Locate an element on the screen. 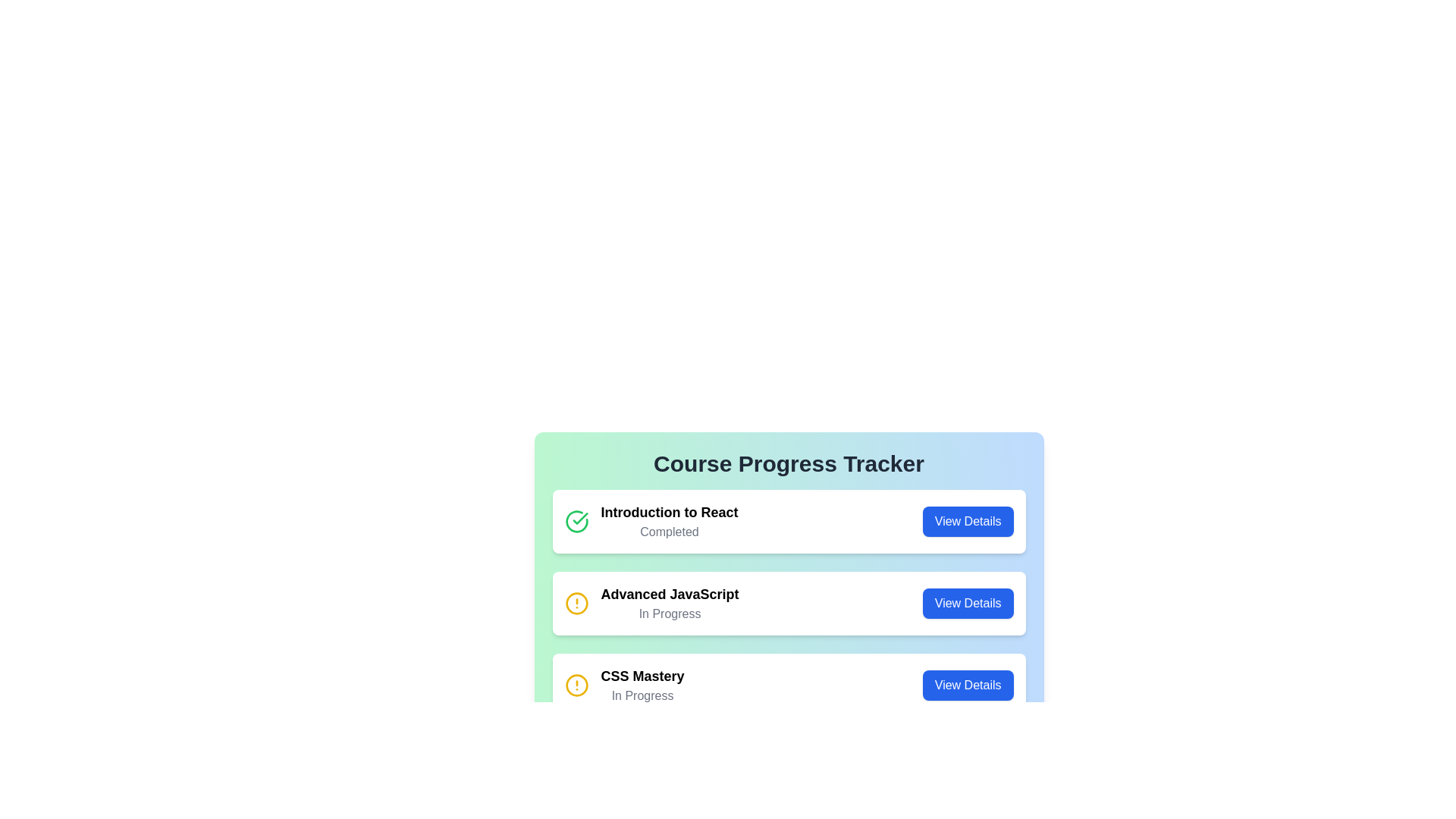 The image size is (1456, 819). text content of the static display element showing the course title 'Advanced JavaScript' and its status 'In Progress' in the Course Progress Tracker, which is the second item in the list is located at coordinates (669, 602).